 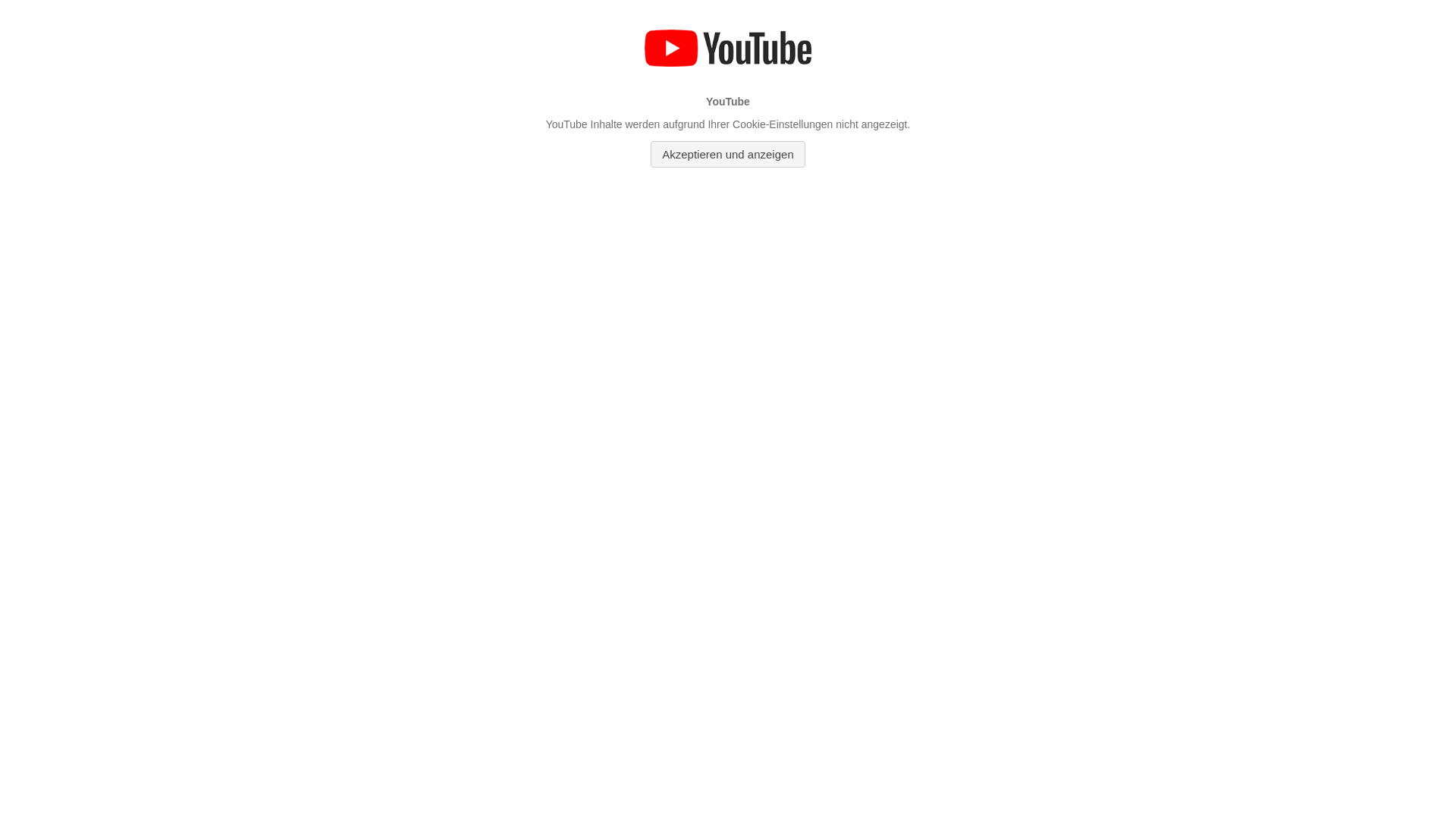 What do you see at coordinates (726, 154) in the screenshot?
I see `'Akzeptieren und anzeigen'` at bounding box center [726, 154].